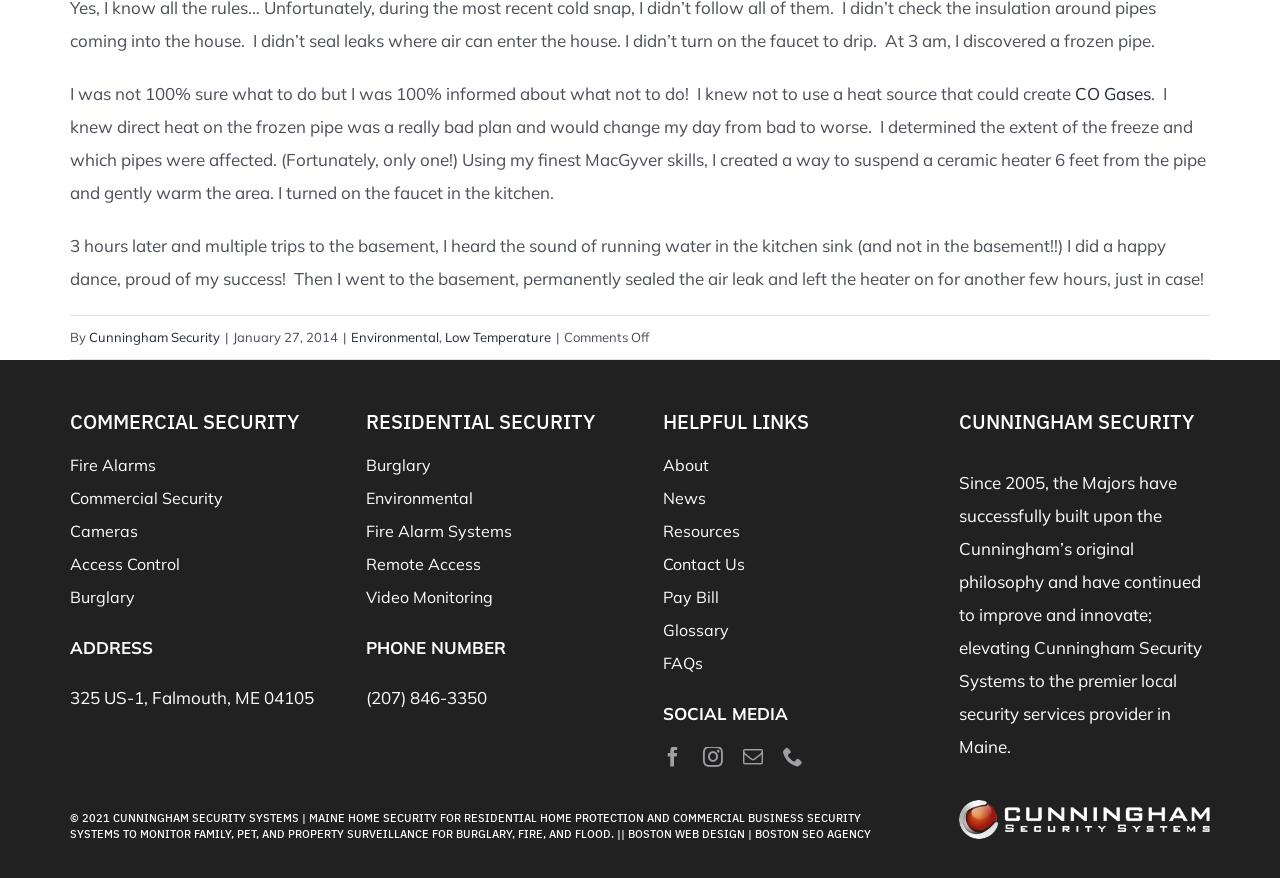  What do you see at coordinates (1010, 91) in the screenshot?
I see `'hat could create'` at bounding box center [1010, 91].